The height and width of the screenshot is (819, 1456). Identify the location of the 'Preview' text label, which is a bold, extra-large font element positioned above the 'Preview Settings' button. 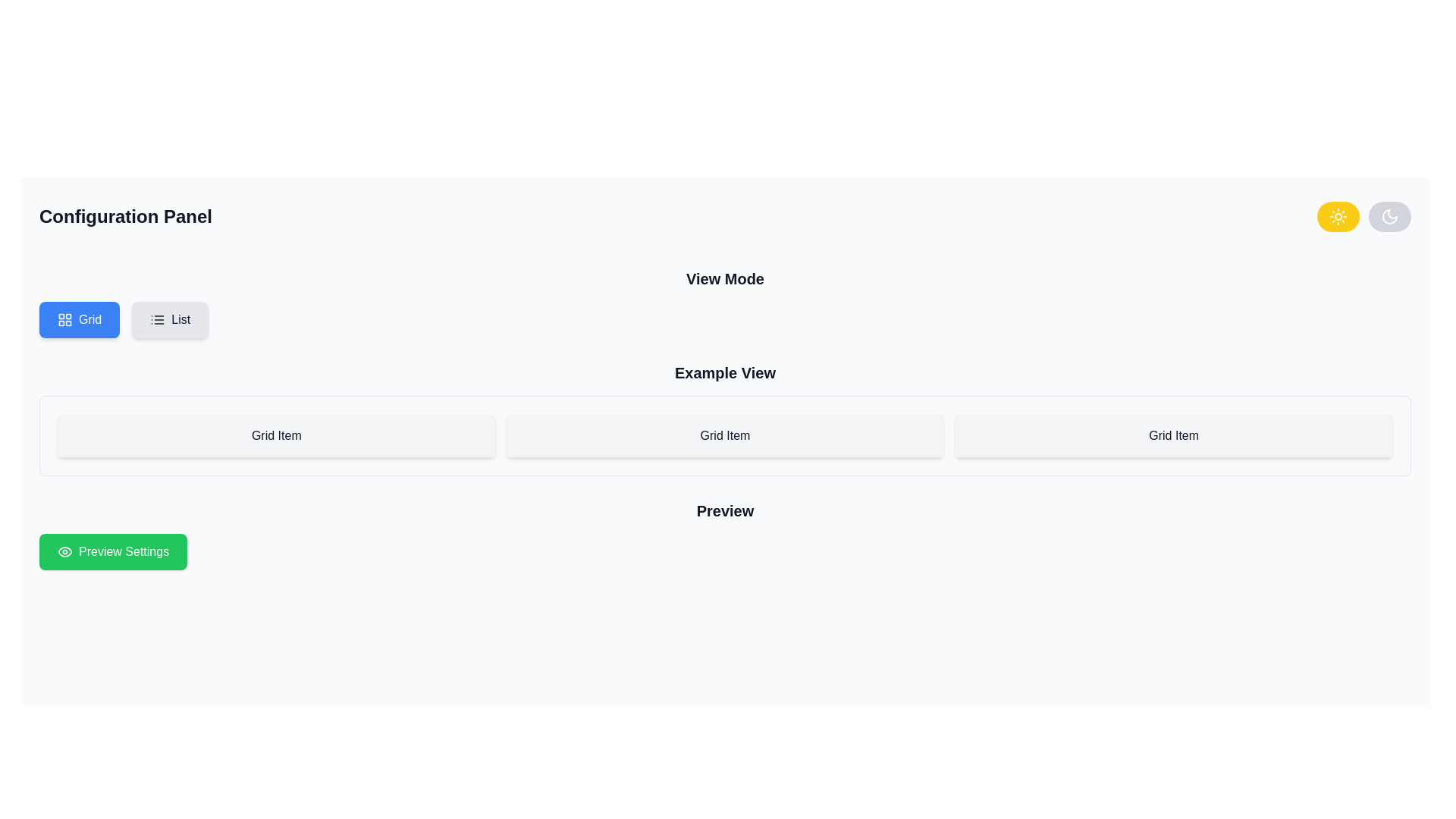
(724, 511).